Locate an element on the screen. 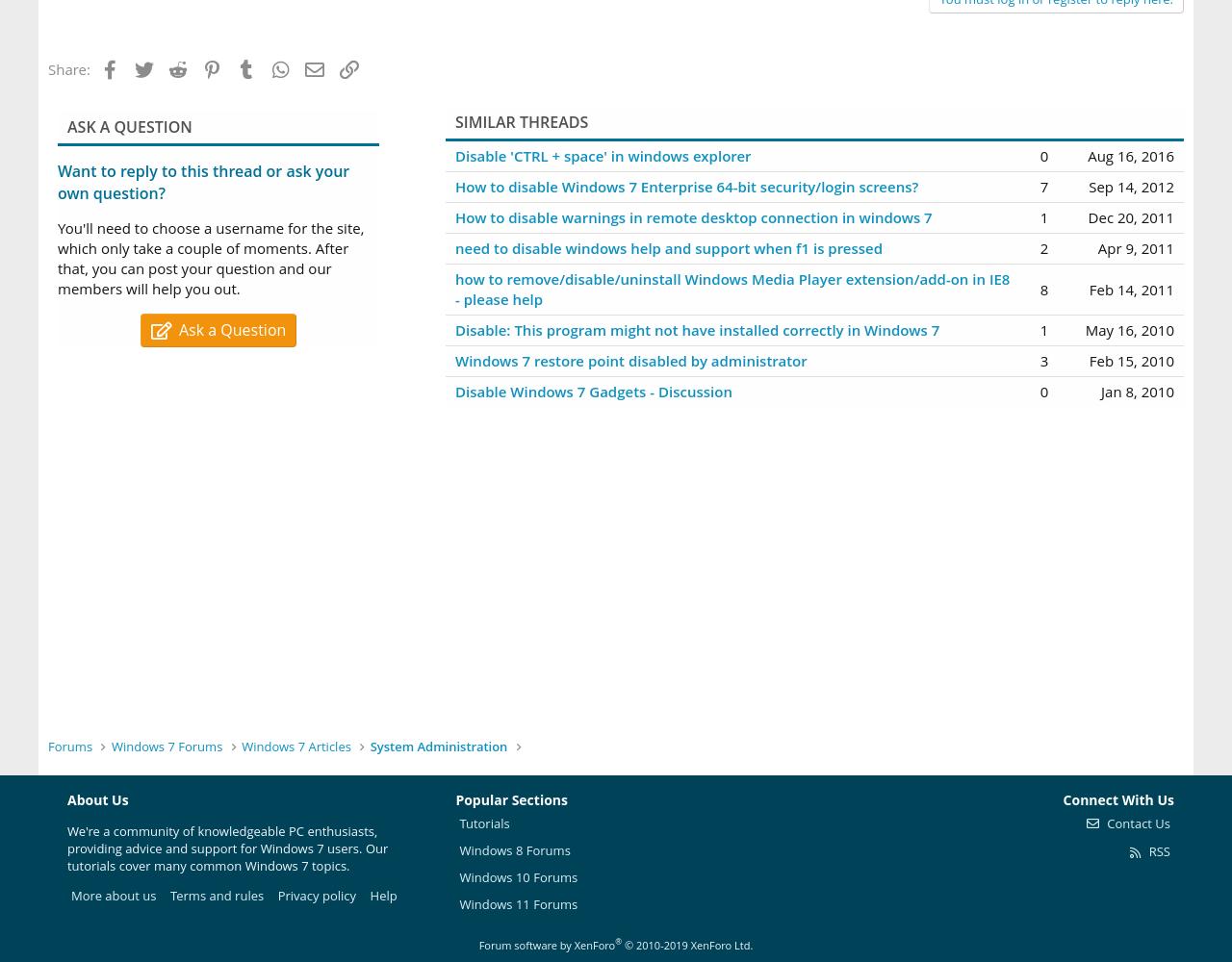 This screenshot has width=1232, height=962. '2' is located at coordinates (1042, 248).